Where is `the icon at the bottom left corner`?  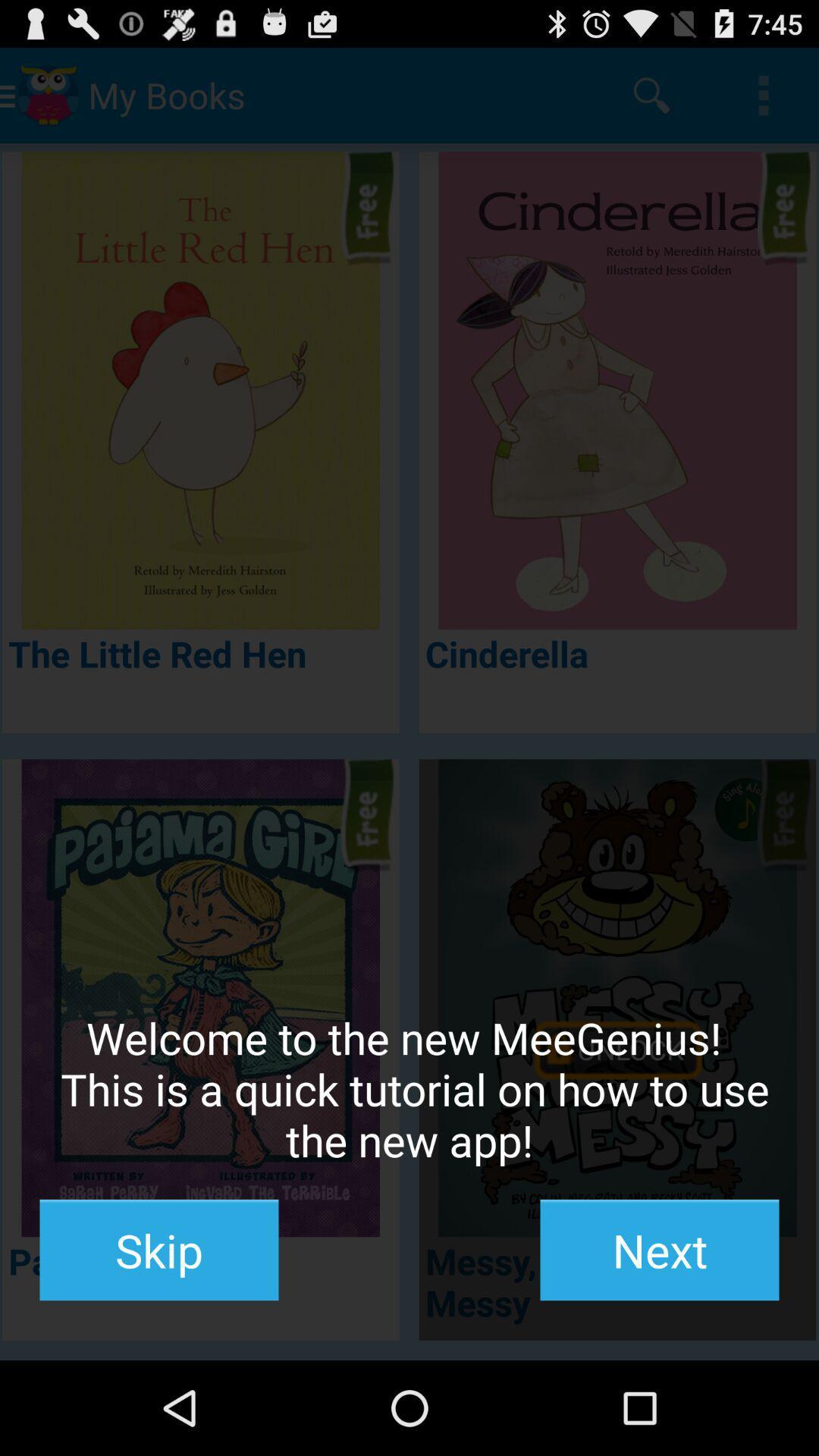 the icon at the bottom left corner is located at coordinates (158, 1250).